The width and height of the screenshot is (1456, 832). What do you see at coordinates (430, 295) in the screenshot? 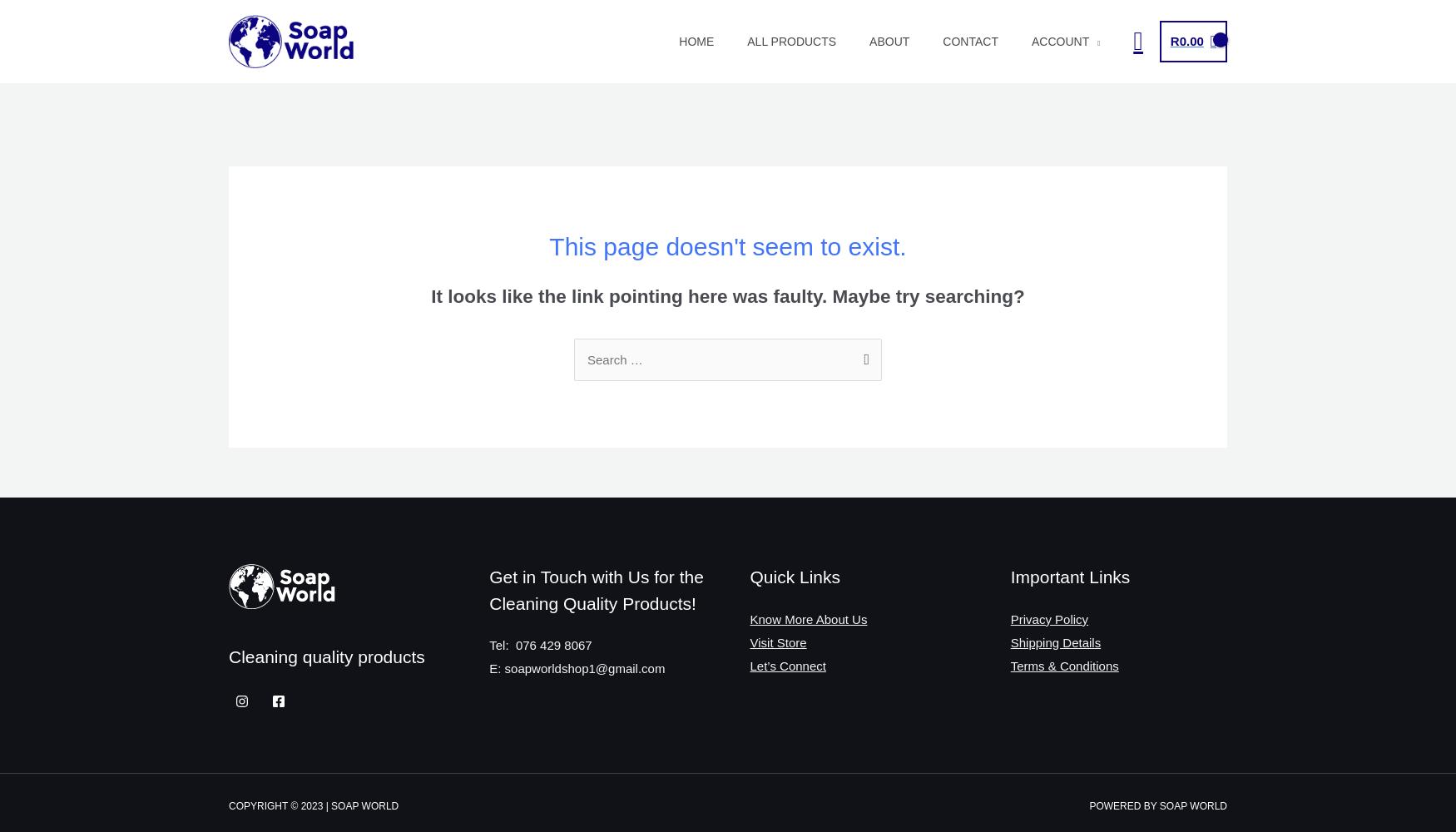
I see `'It looks like the link pointing here was faulty. Maybe try searching?'` at bounding box center [430, 295].